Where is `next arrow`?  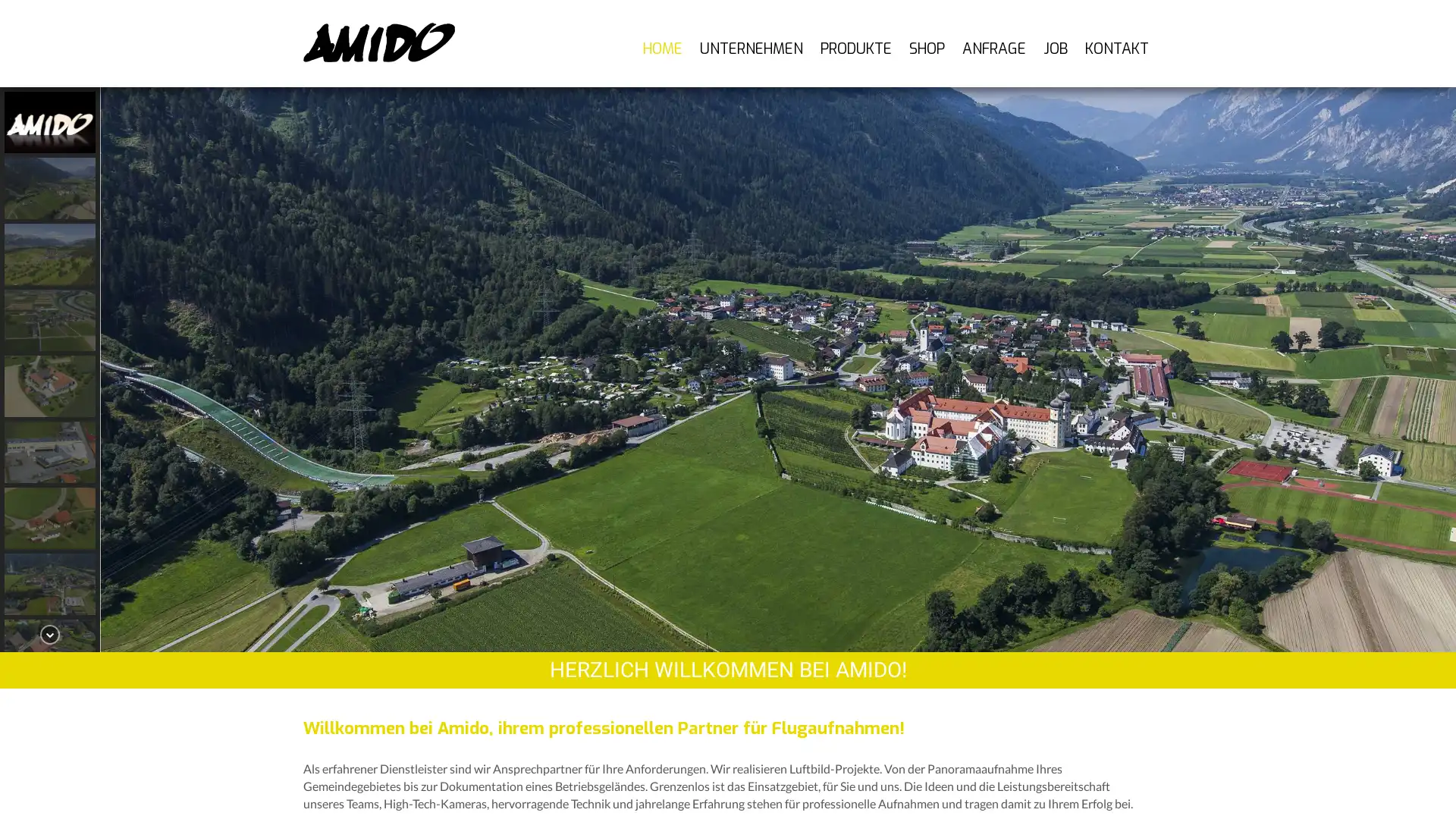 next arrow is located at coordinates (1432, 369).